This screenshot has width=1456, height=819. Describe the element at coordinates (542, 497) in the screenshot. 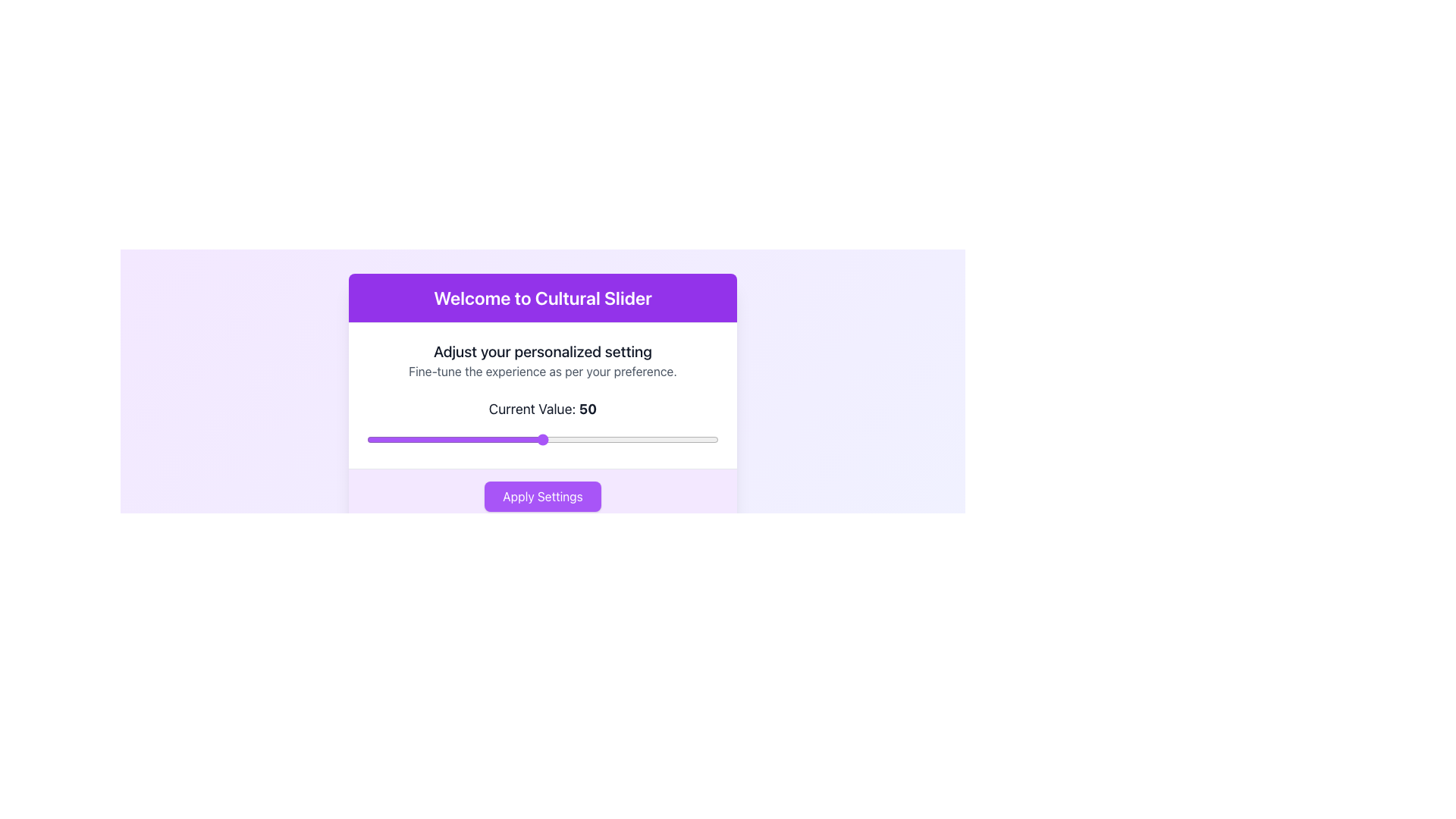

I see `the button with the purple background and white text that says 'Apply Settings' to activate keyboard interaction` at that location.